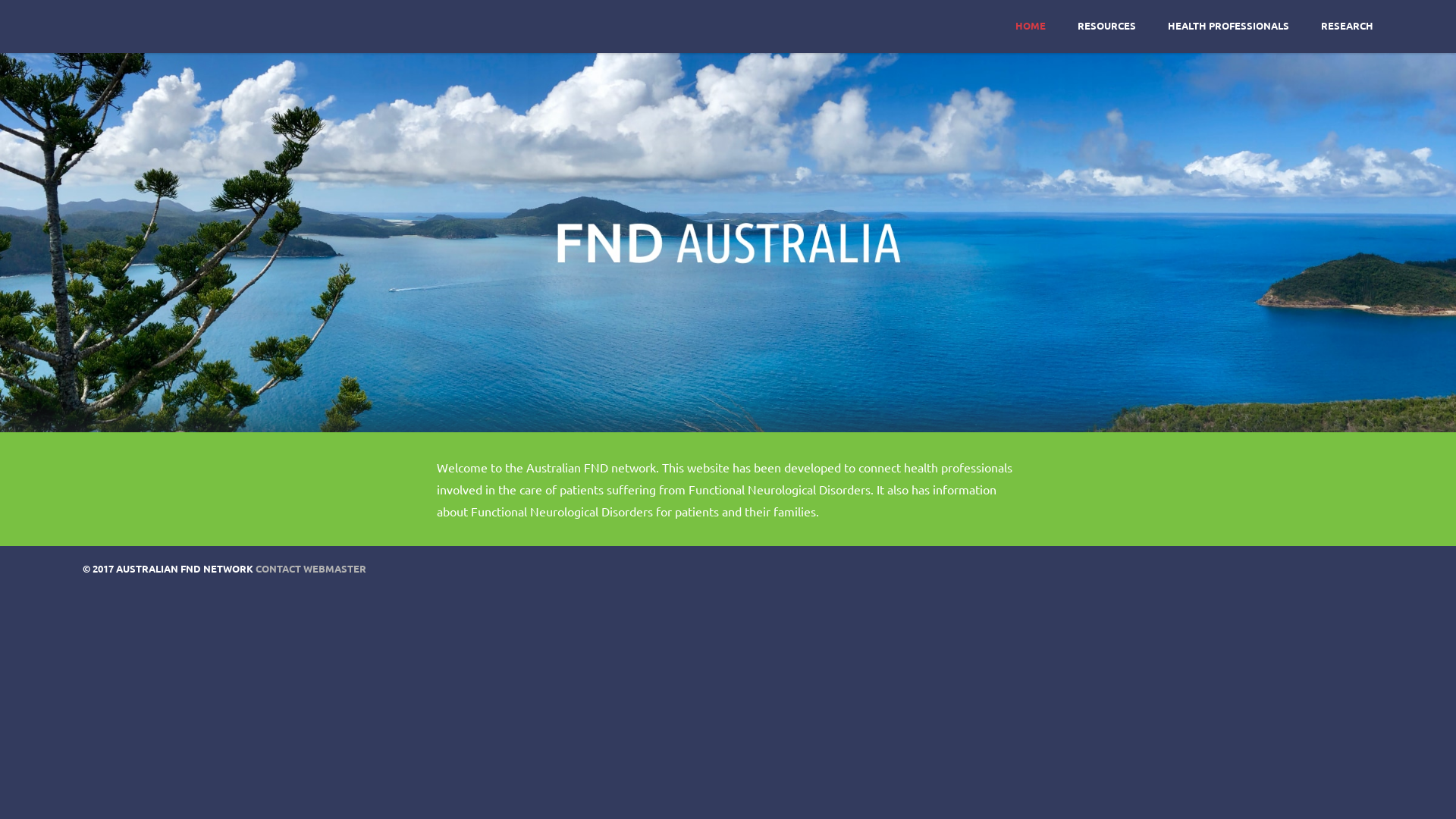 The height and width of the screenshot is (819, 1456). I want to click on 'CONTACT WEBMASTER', so click(309, 568).